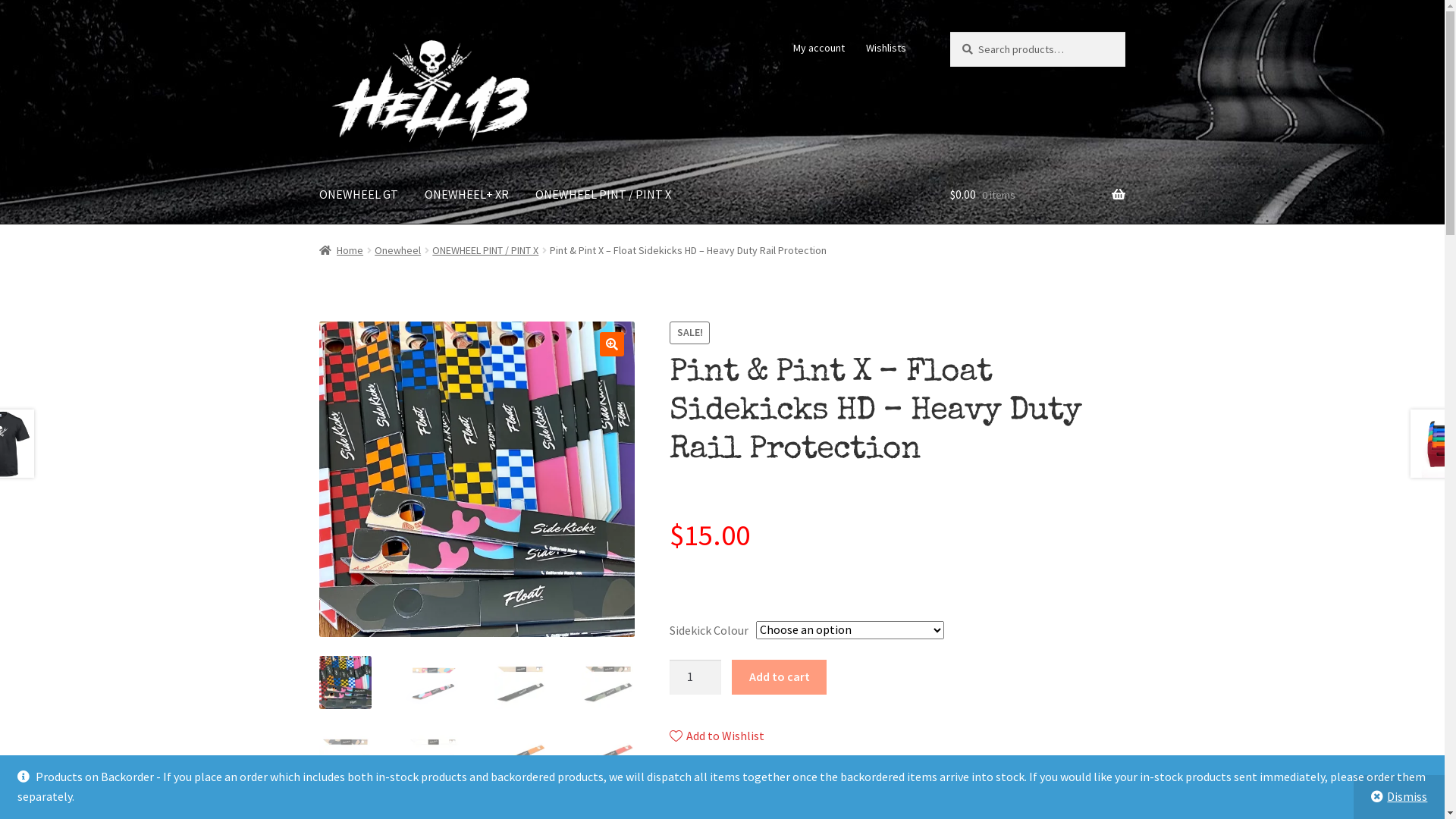 Image resolution: width=1456 pixels, height=819 pixels. I want to click on 'Home', so click(340, 249).